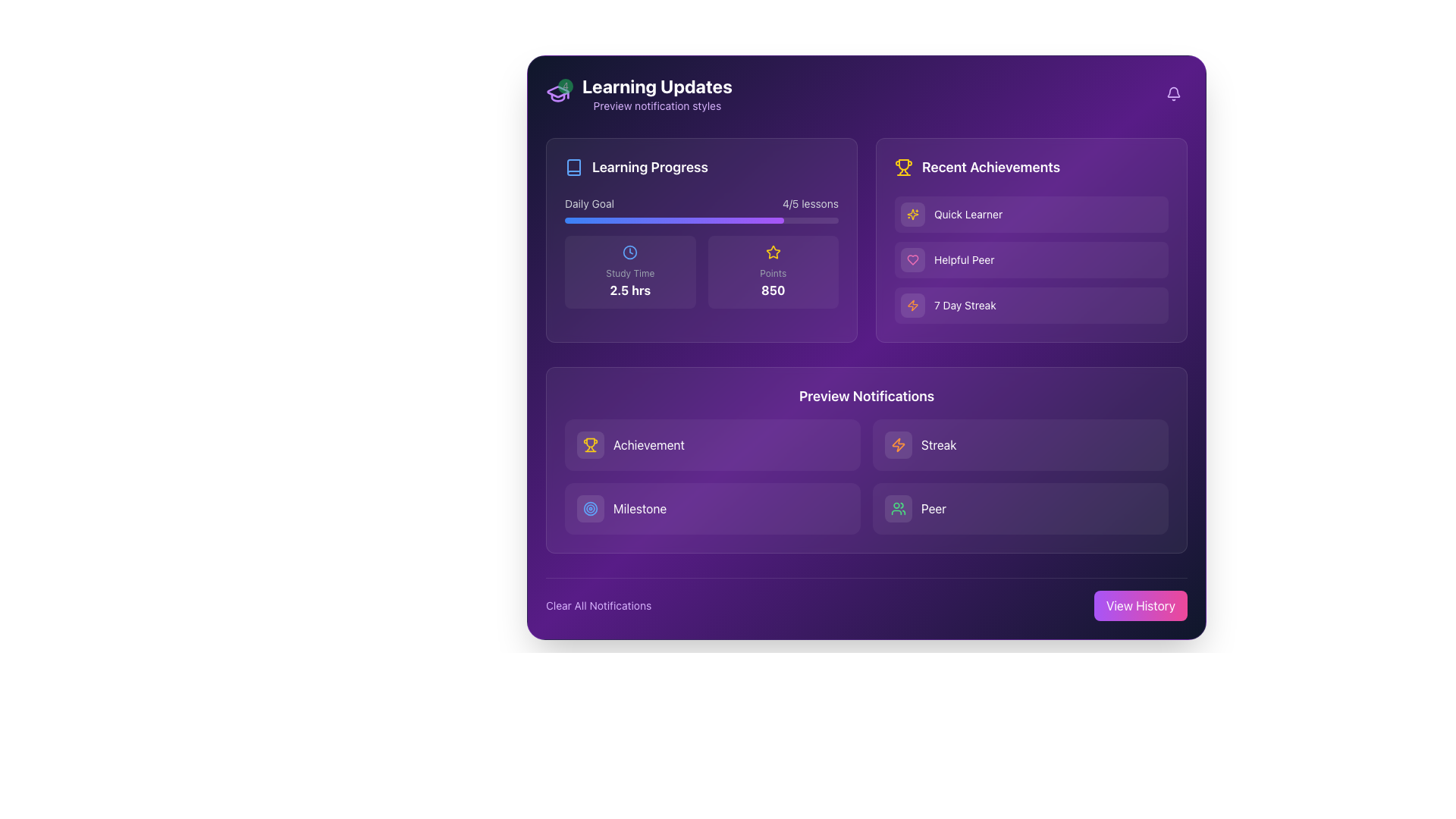  What do you see at coordinates (773, 251) in the screenshot?
I see `the star icon representing points or achievements in the 'Learning Progress' section, which is centrally positioned above the labels 'Points' and '850'` at bounding box center [773, 251].